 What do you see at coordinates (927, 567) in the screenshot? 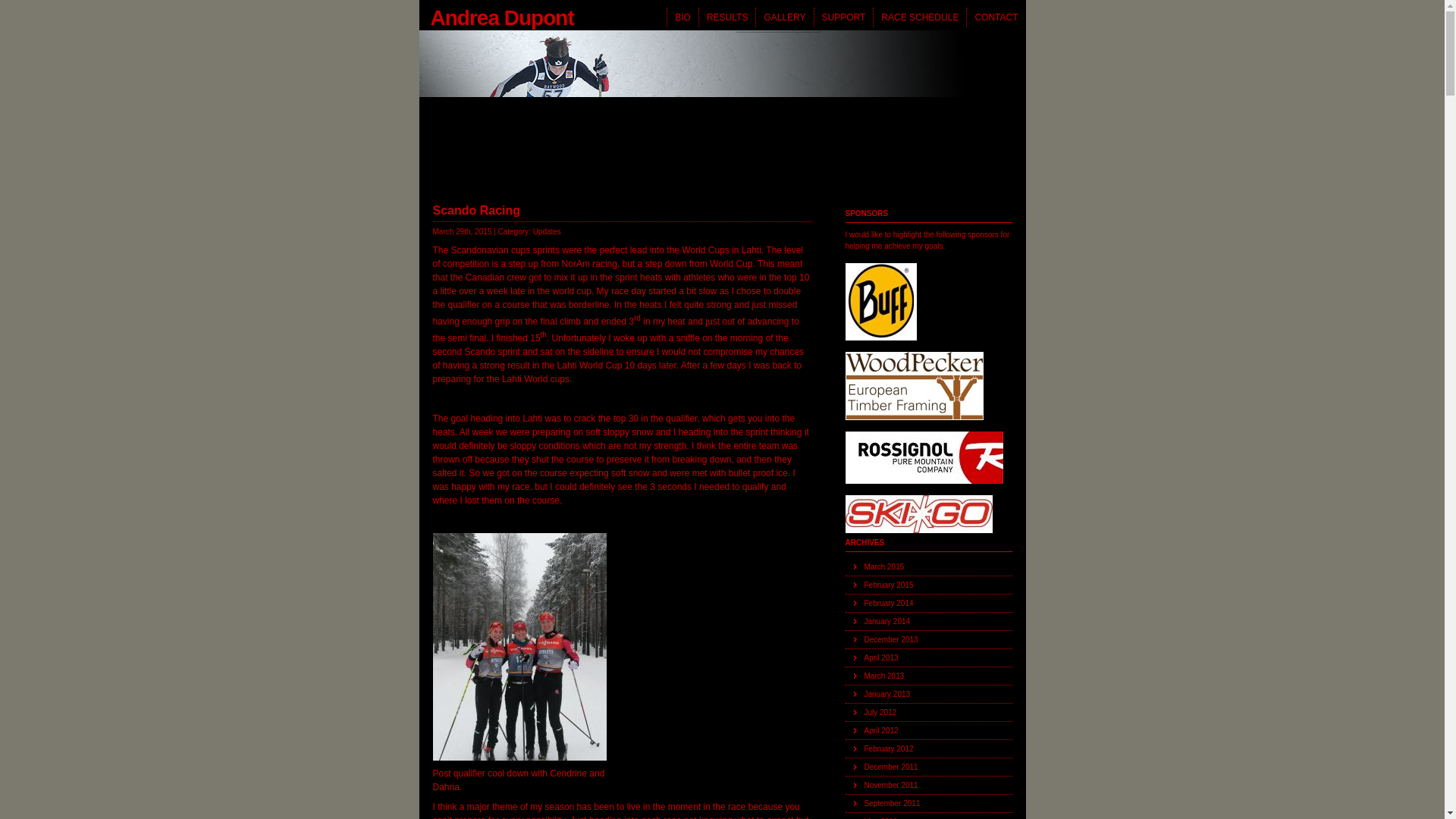
I see `'March 2015'` at bounding box center [927, 567].